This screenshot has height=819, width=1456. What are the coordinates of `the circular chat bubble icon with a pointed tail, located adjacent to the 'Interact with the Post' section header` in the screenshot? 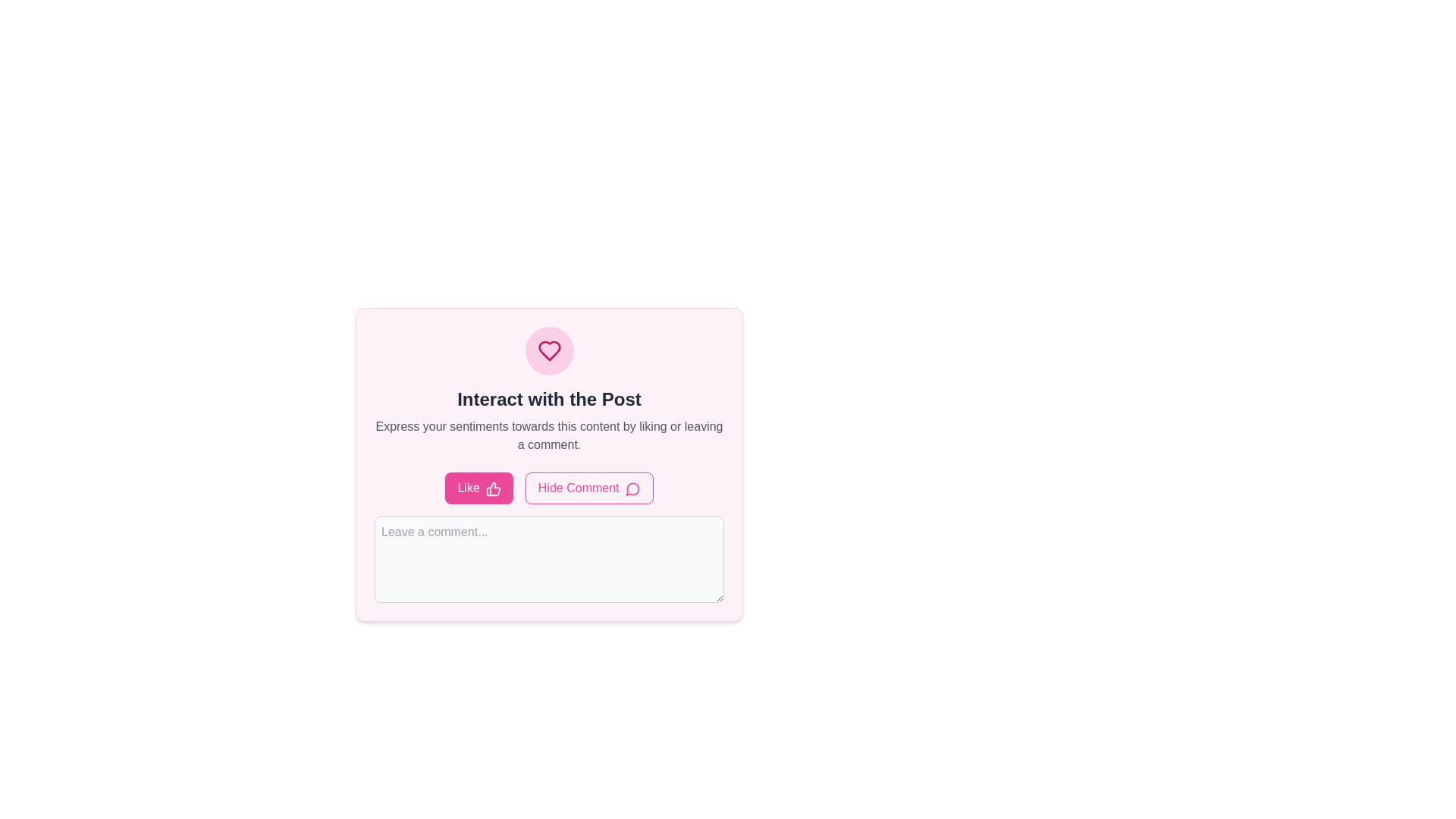 It's located at (632, 489).